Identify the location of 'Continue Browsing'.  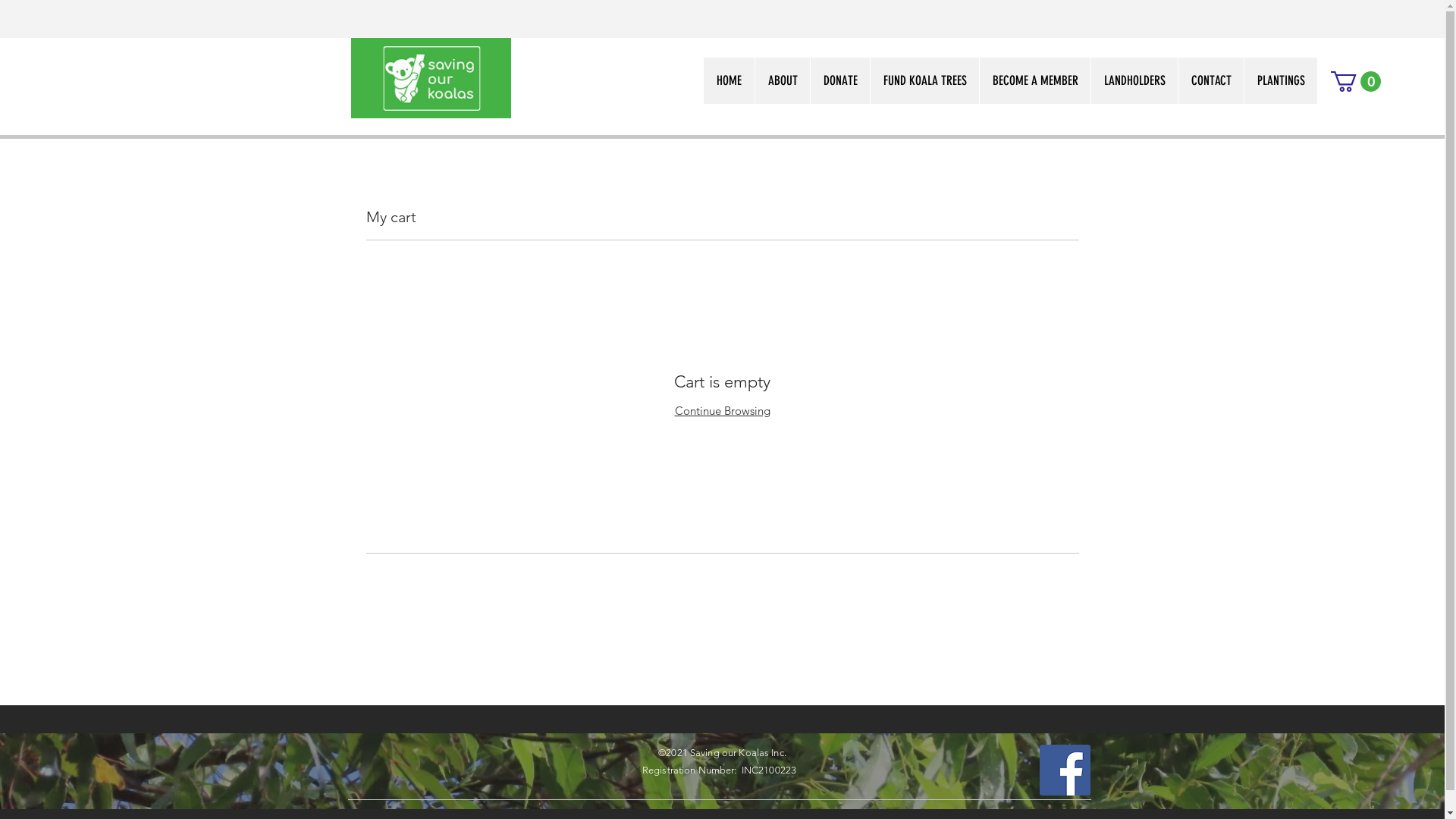
(722, 410).